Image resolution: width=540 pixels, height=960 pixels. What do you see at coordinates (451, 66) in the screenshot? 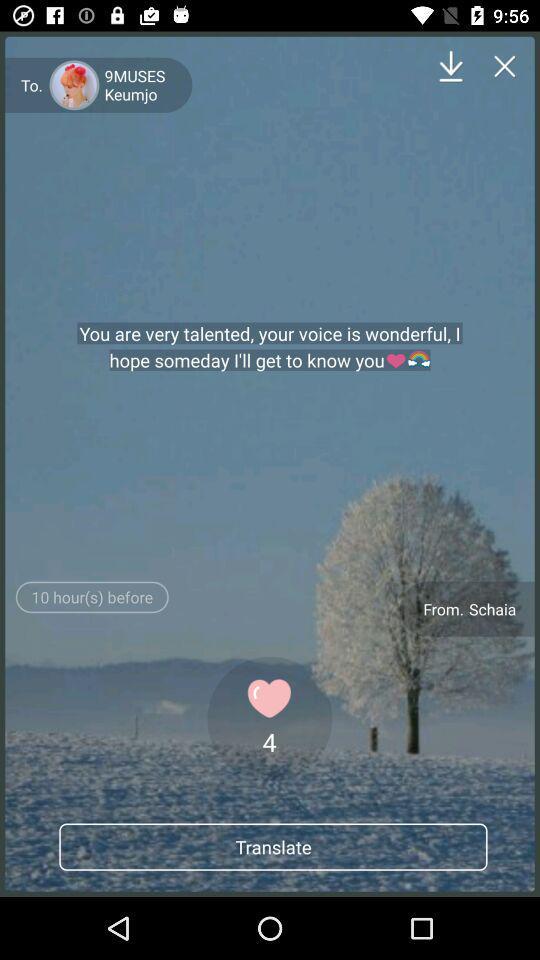
I see `download` at bounding box center [451, 66].